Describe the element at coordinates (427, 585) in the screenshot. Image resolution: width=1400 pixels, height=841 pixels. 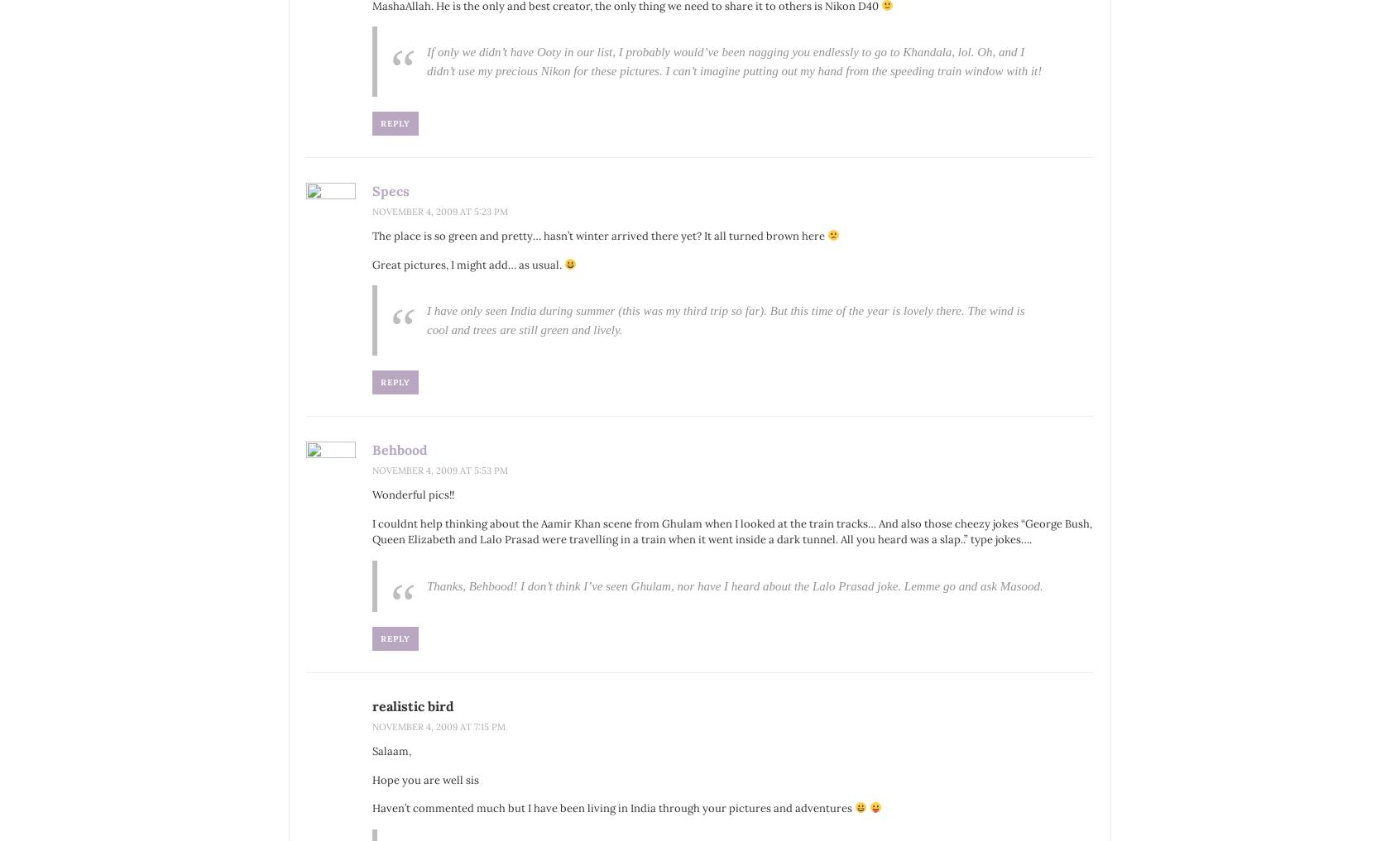
I see `'Thanks, Behbood! I don’t think I’ve seen Ghulam, nor have I heard about the Lalo Prasad joke. Lemme go and ask Masood.'` at that location.